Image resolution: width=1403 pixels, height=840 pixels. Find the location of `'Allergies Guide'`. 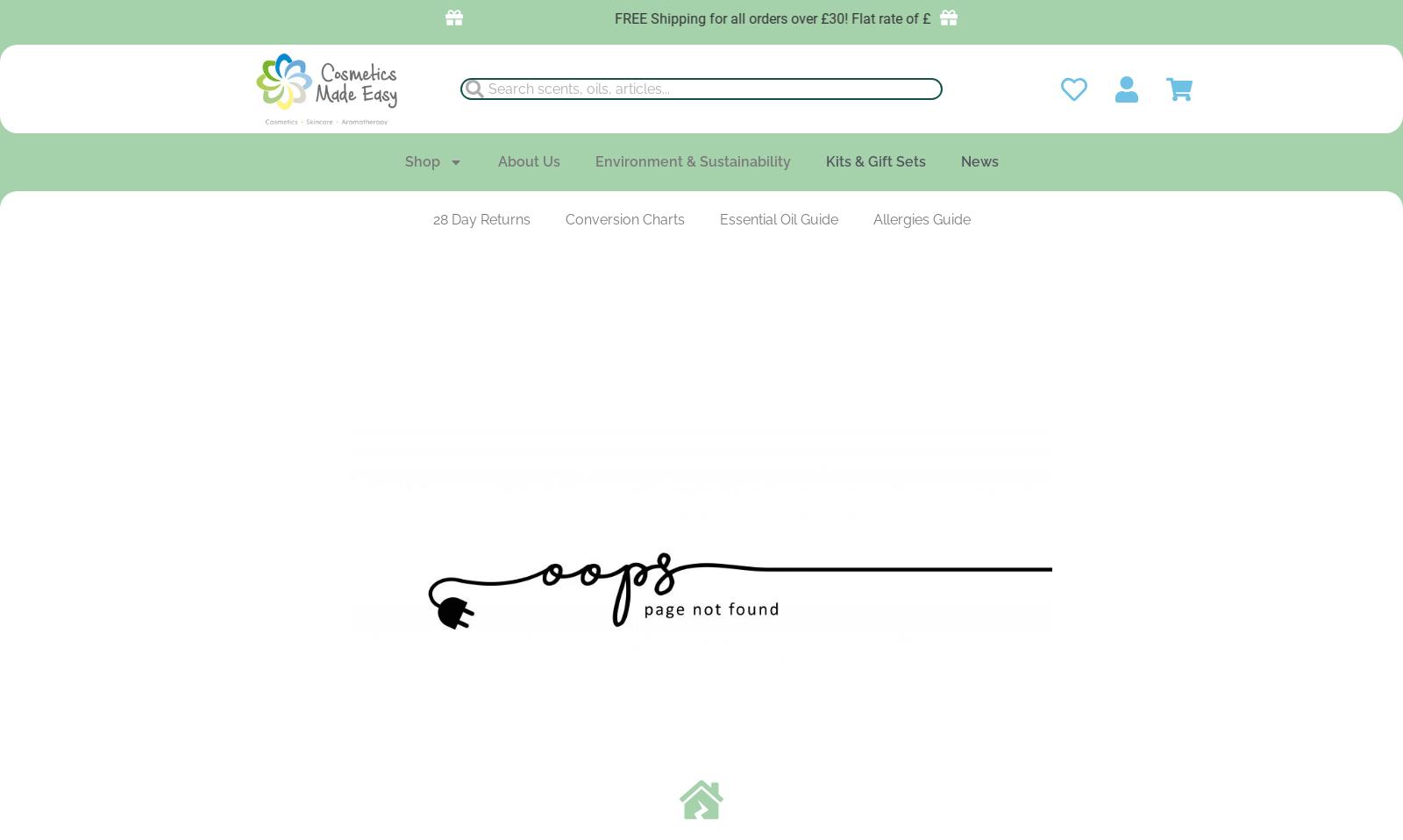

'Allergies Guide' is located at coordinates (921, 219).